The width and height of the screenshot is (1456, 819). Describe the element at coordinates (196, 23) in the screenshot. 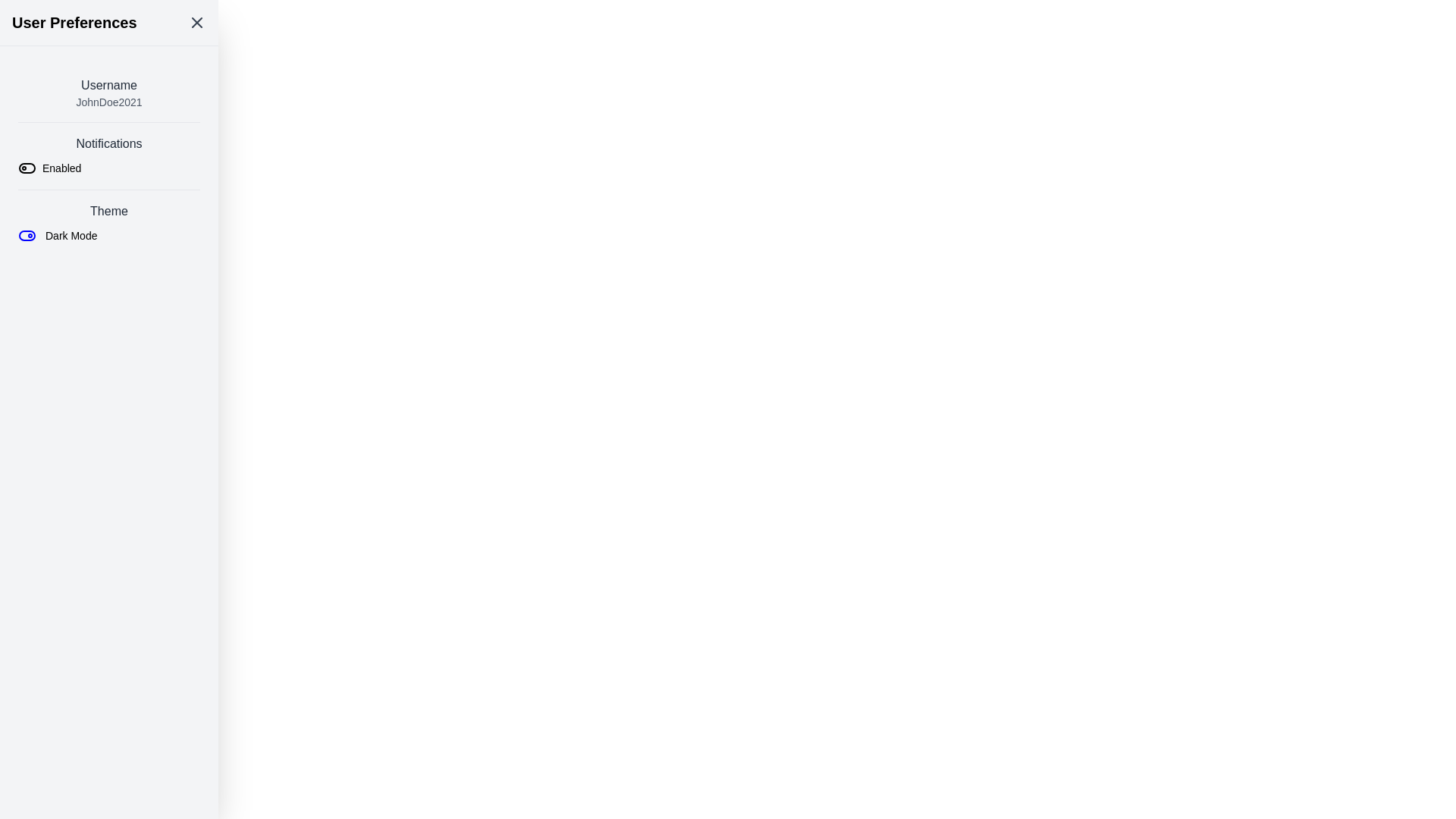

I see `the Close Button Icon, represented by an 'X' shape, located in the top-right corner of the 'User Preferences' sidebar` at that location.